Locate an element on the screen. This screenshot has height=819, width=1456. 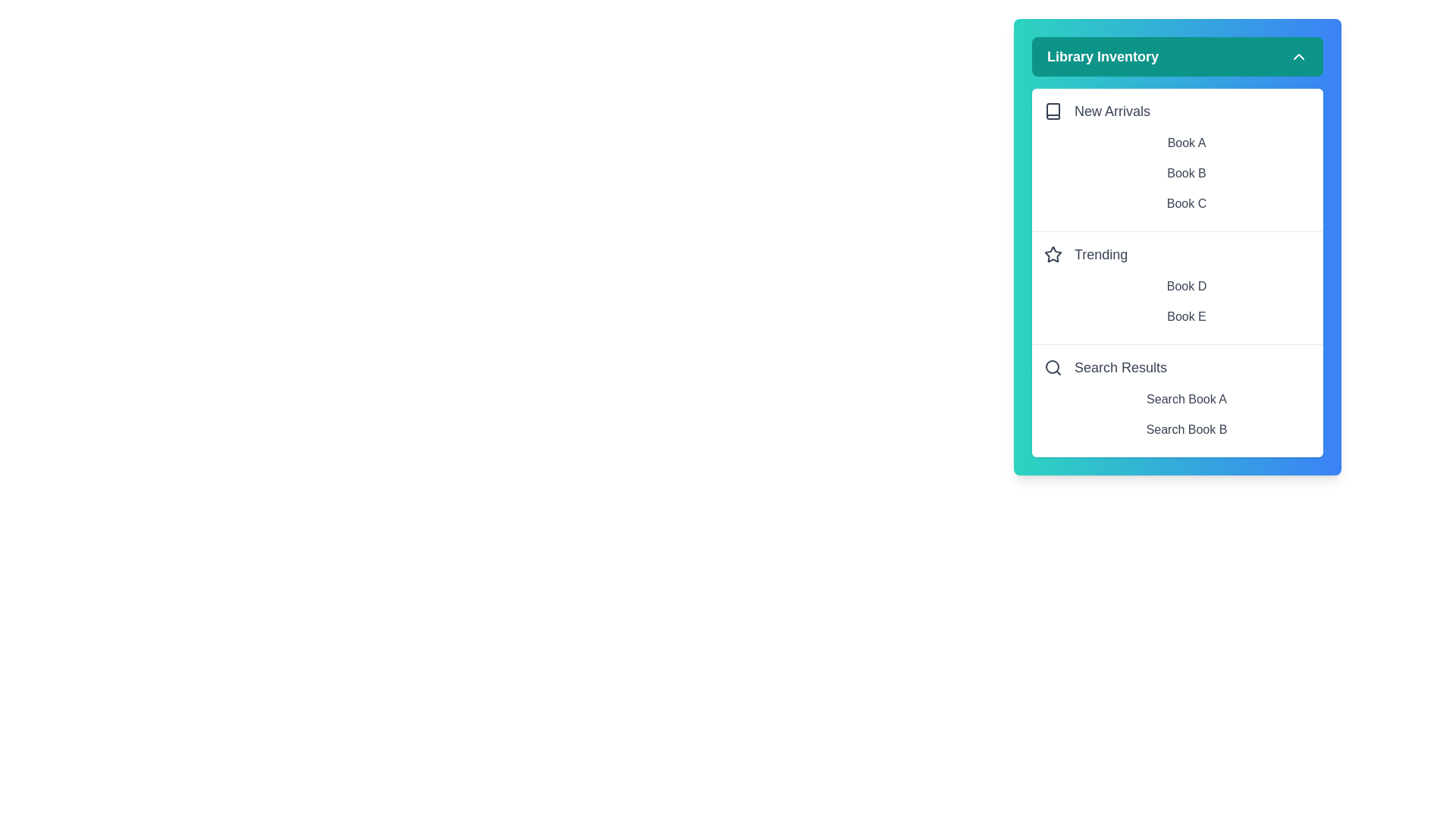
the category Trending to focus on it is located at coordinates (1177, 253).